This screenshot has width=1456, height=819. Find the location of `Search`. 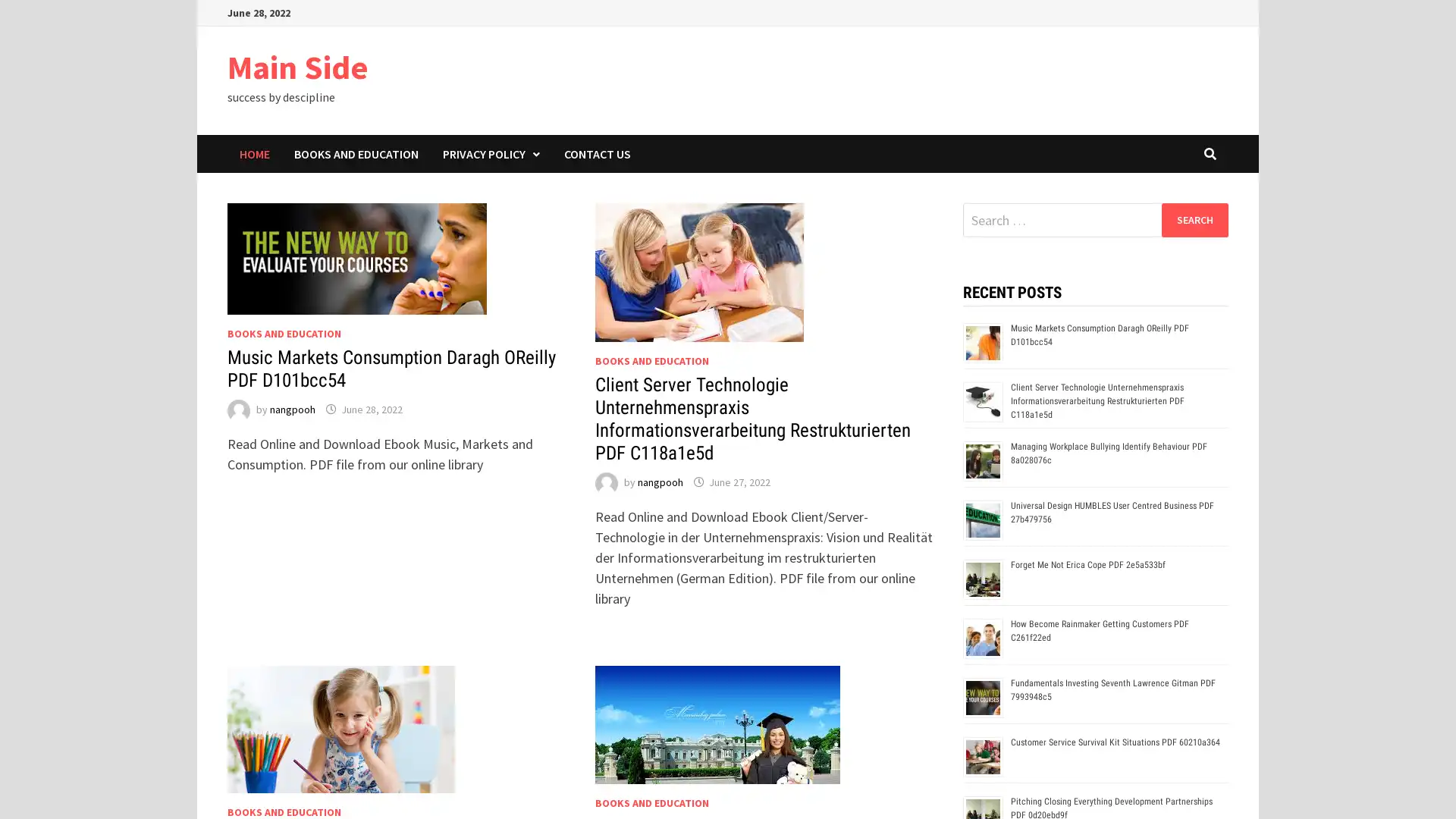

Search is located at coordinates (1194, 219).